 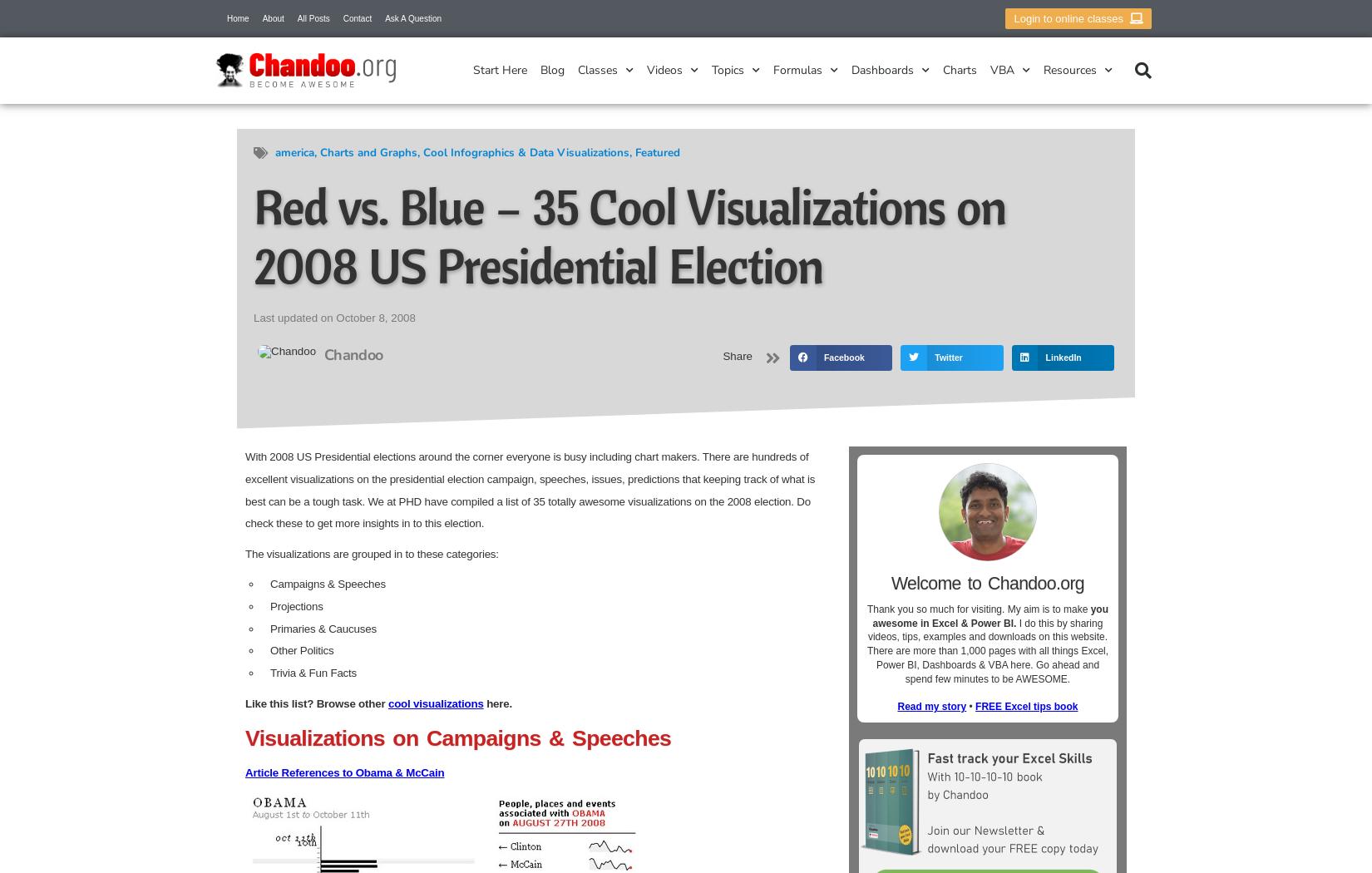 What do you see at coordinates (634, 152) in the screenshot?
I see `'Featured'` at bounding box center [634, 152].